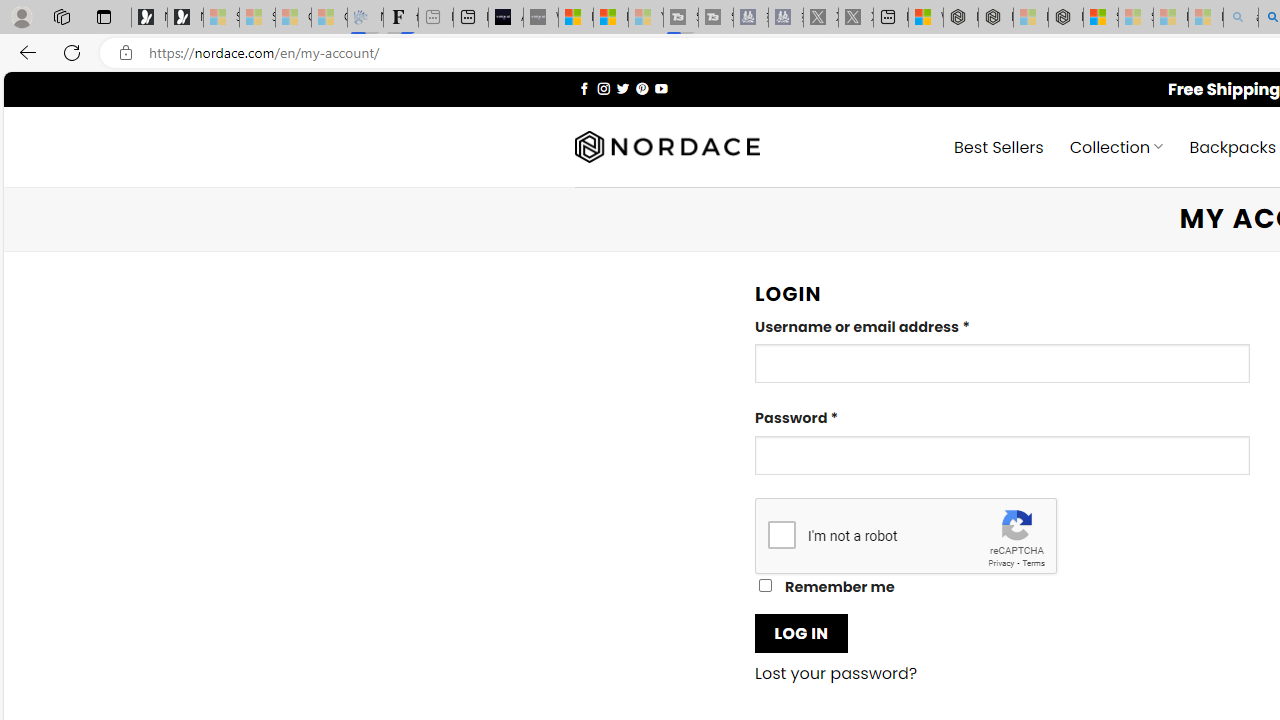 The height and width of the screenshot is (720, 1280). I want to click on 'What', so click(540, 17).